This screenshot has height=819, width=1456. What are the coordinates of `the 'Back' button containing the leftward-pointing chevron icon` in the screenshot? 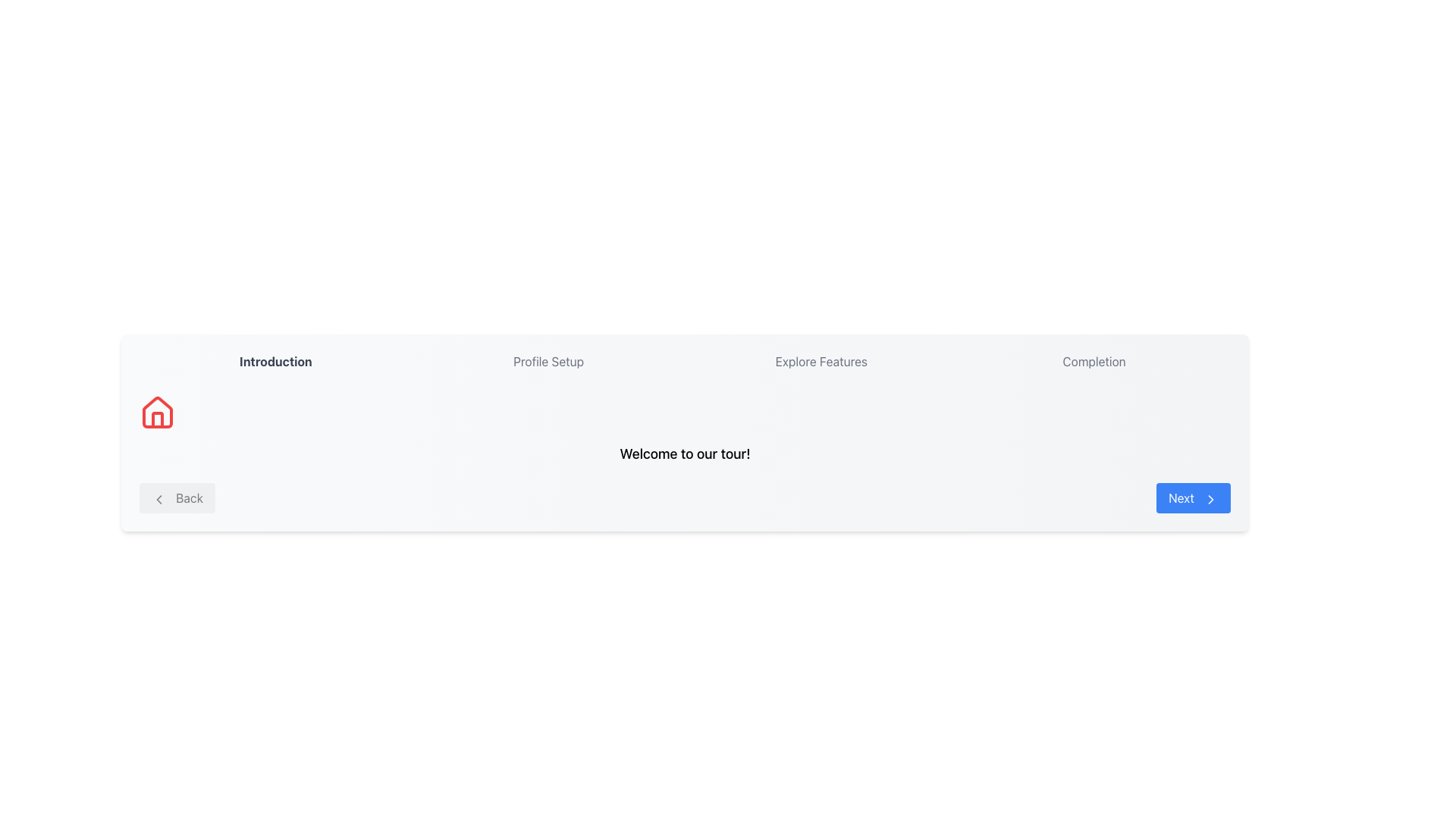 It's located at (159, 499).